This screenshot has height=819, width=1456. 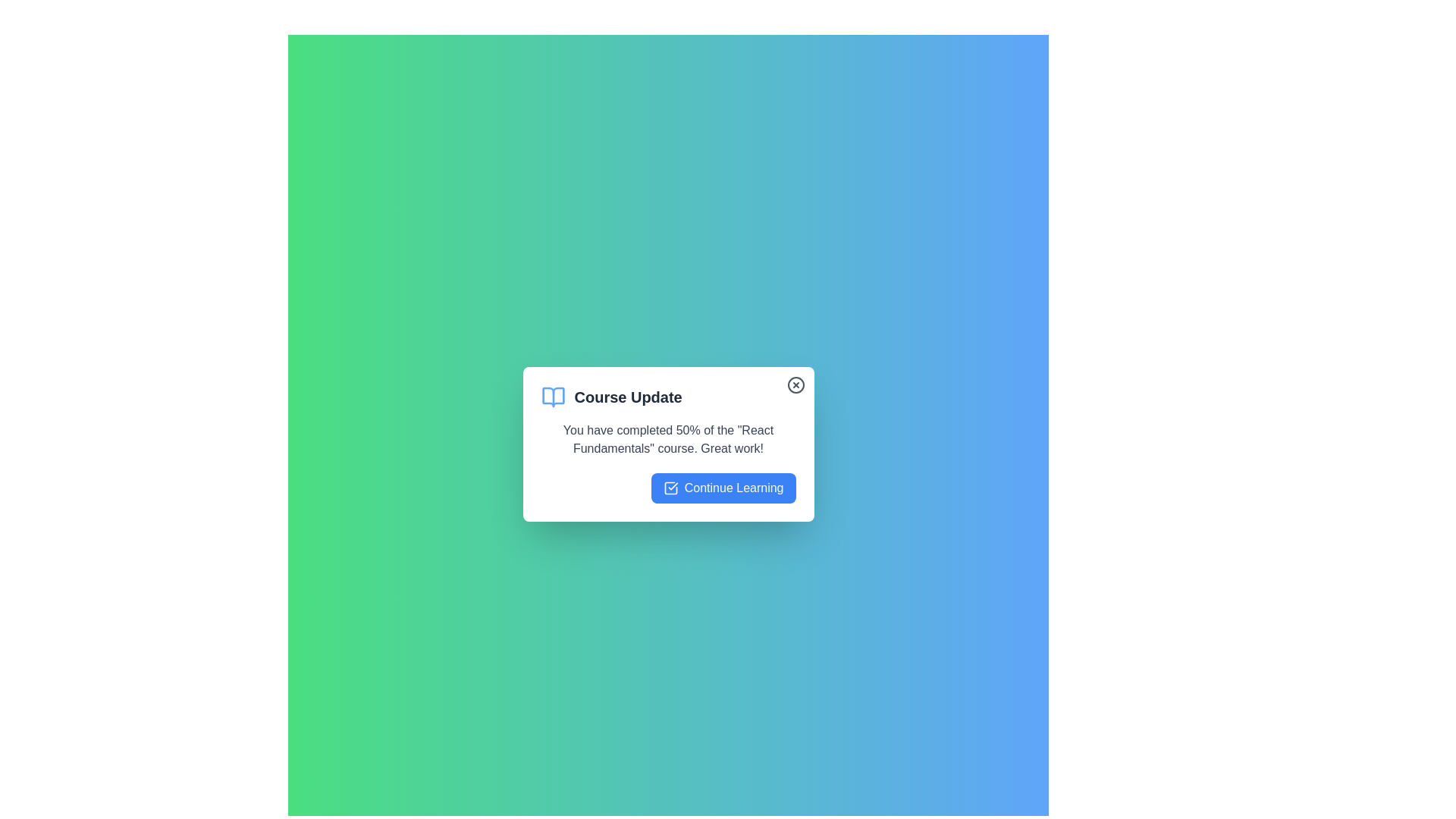 What do you see at coordinates (670, 488) in the screenshot?
I see `the decorative or functional icon located on the left side of the blue 'Continue Learning' button, which precedes the button's text label` at bounding box center [670, 488].